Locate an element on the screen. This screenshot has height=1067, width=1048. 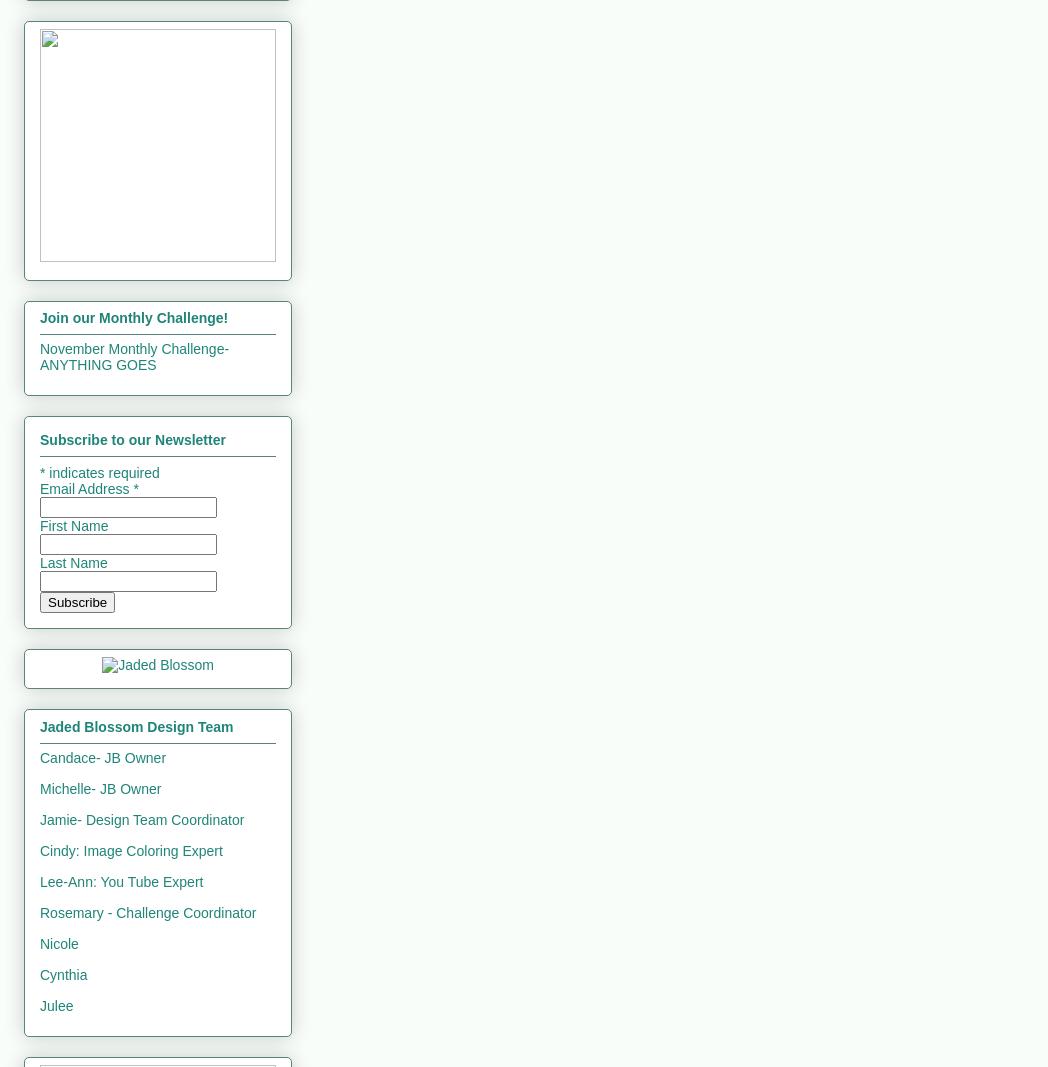
'Nicole' is located at coordinates (59, 943).